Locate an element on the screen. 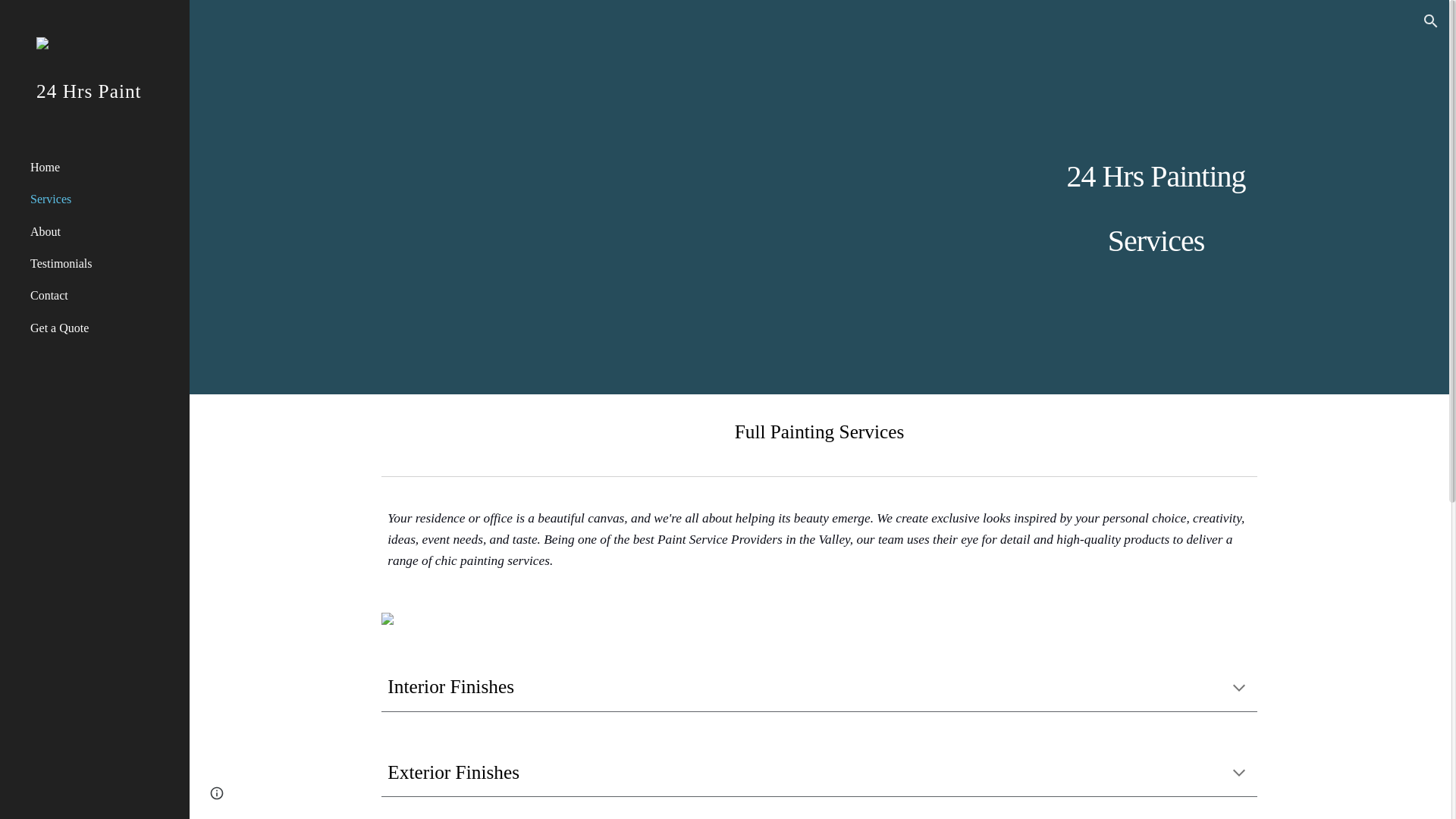  '24 Hrs Paint' is located at coordinates (0, 109).